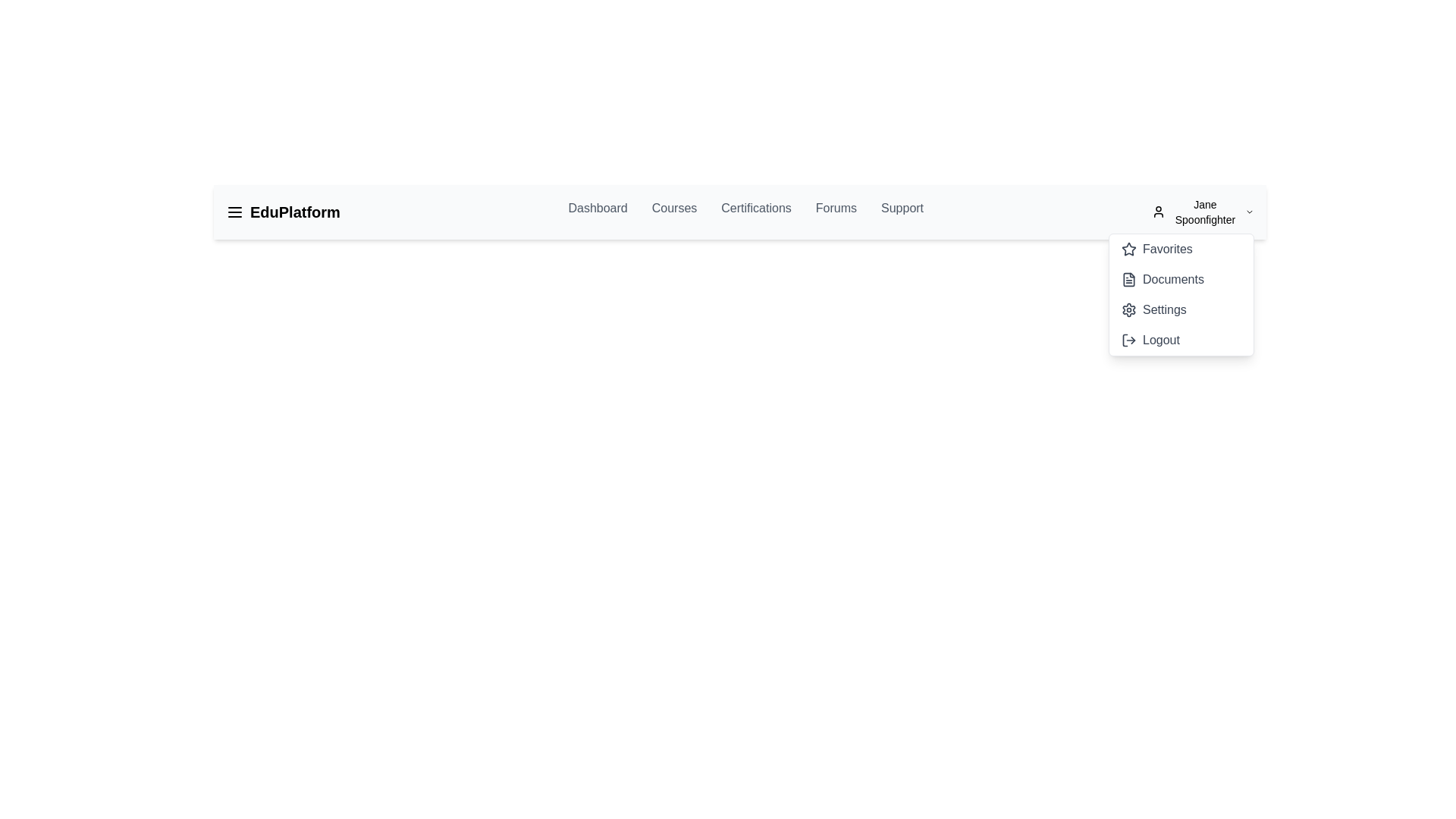  Describe the element at coordinates (1181, 295) in the screenshot. I see `the second item in the dropdown menu located in the top-right corner below the user profile 'Jane Spoonfighter'` at that location.